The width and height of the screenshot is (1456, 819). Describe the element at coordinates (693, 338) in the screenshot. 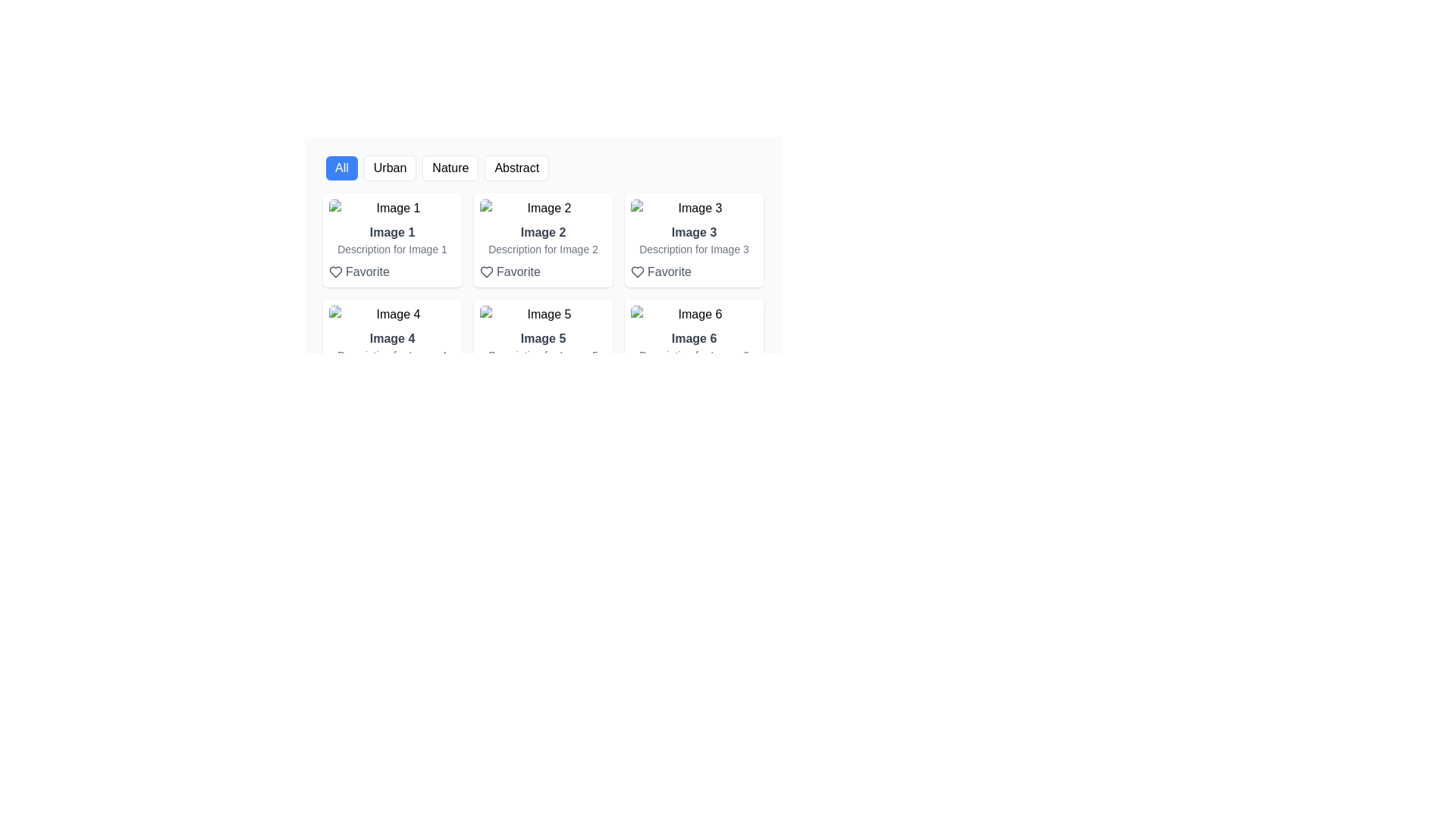

I see `the text label representing the title or name of the image located in the sixth card of the grid layout, which is the second line of text below the image thumbnail` at that location.